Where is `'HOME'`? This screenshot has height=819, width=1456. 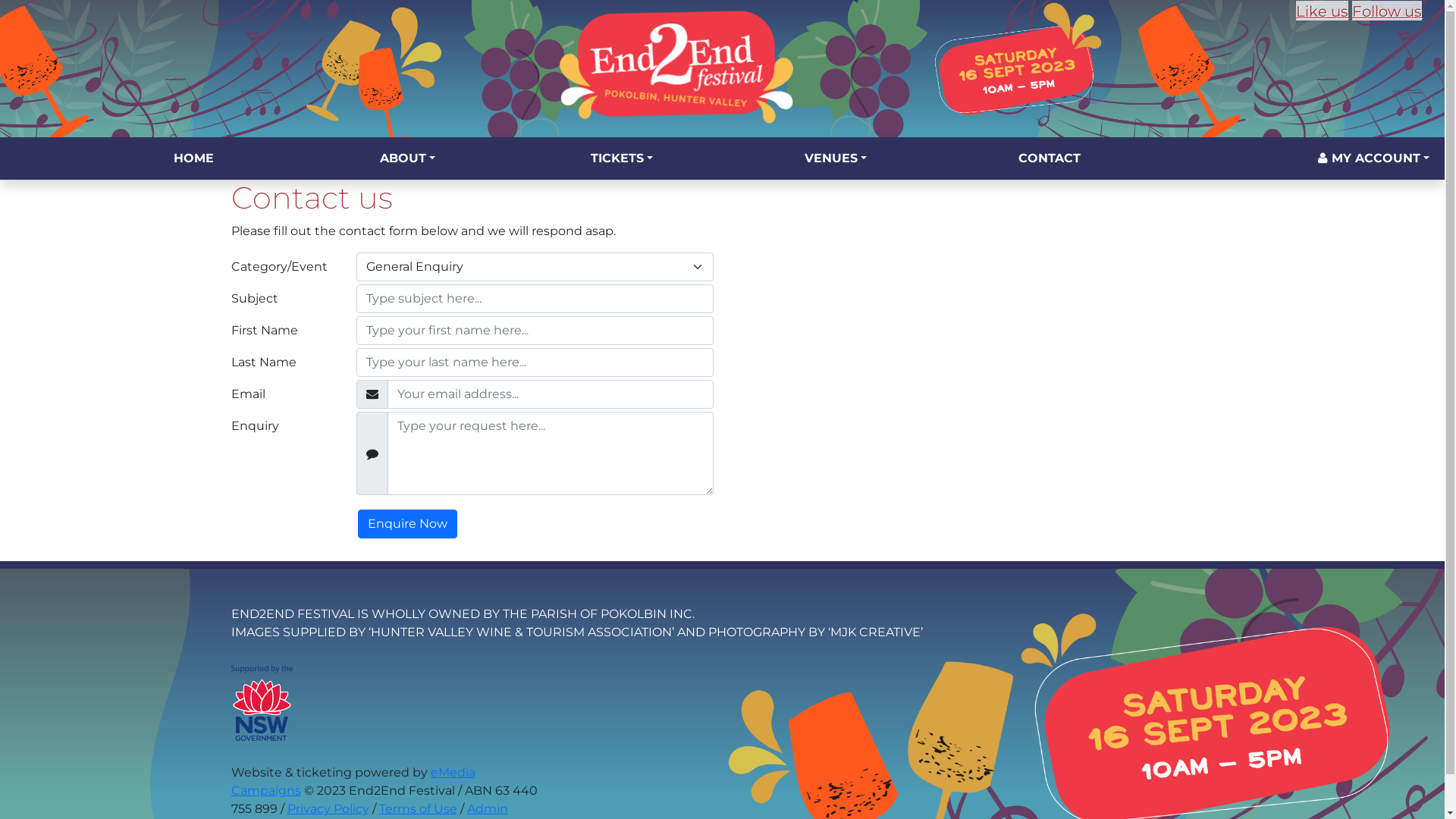
'HOME' is located at coordinates (192, 158).